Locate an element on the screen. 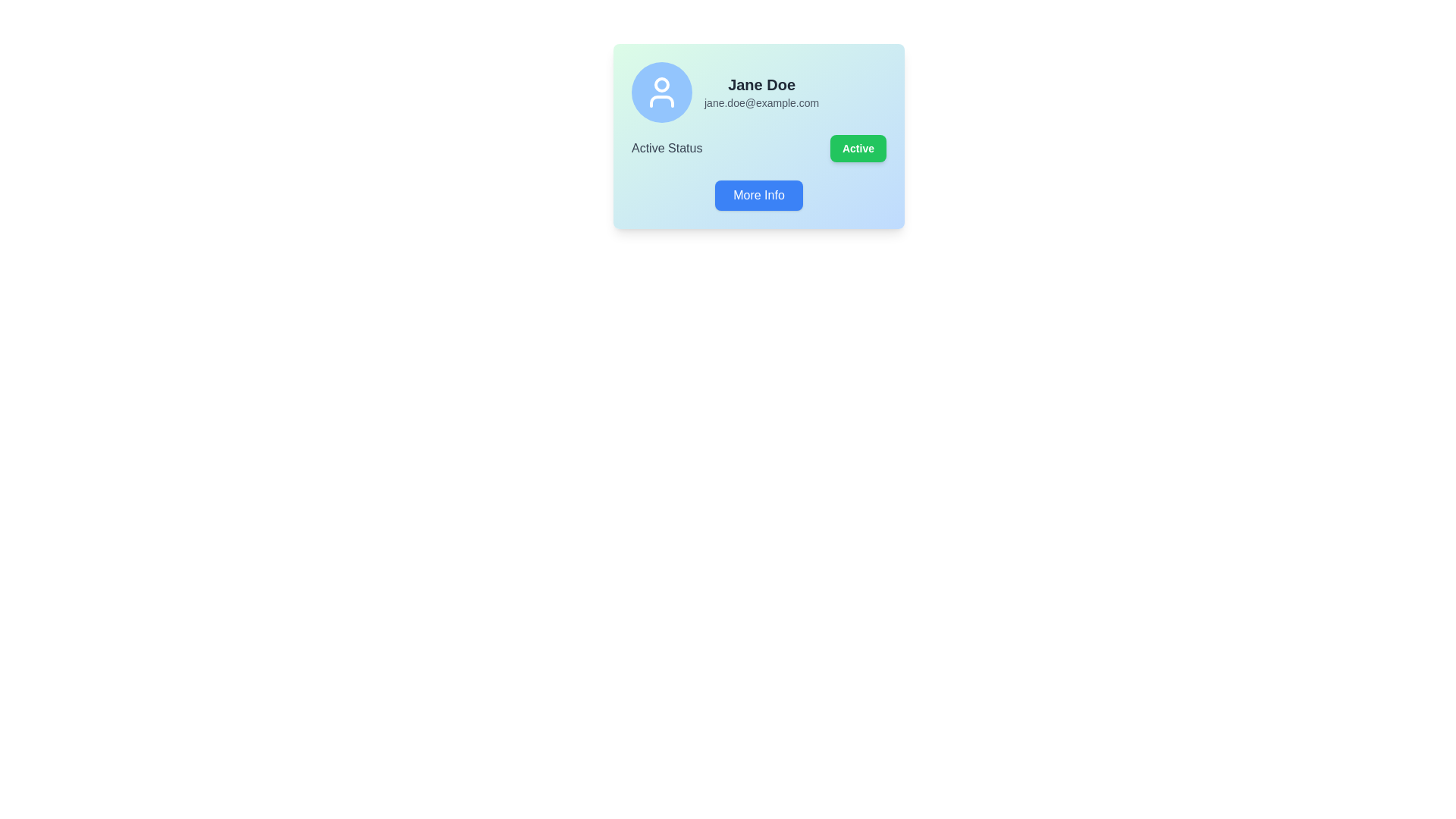 This screenshot has height=819, width=1456. the 'More Info' button, which is a rectangular button with rounded corners, blue background, and white text, located centrally beneath the 'Active Status' text and the green 'Active' button is located at coordinates (759, 195).